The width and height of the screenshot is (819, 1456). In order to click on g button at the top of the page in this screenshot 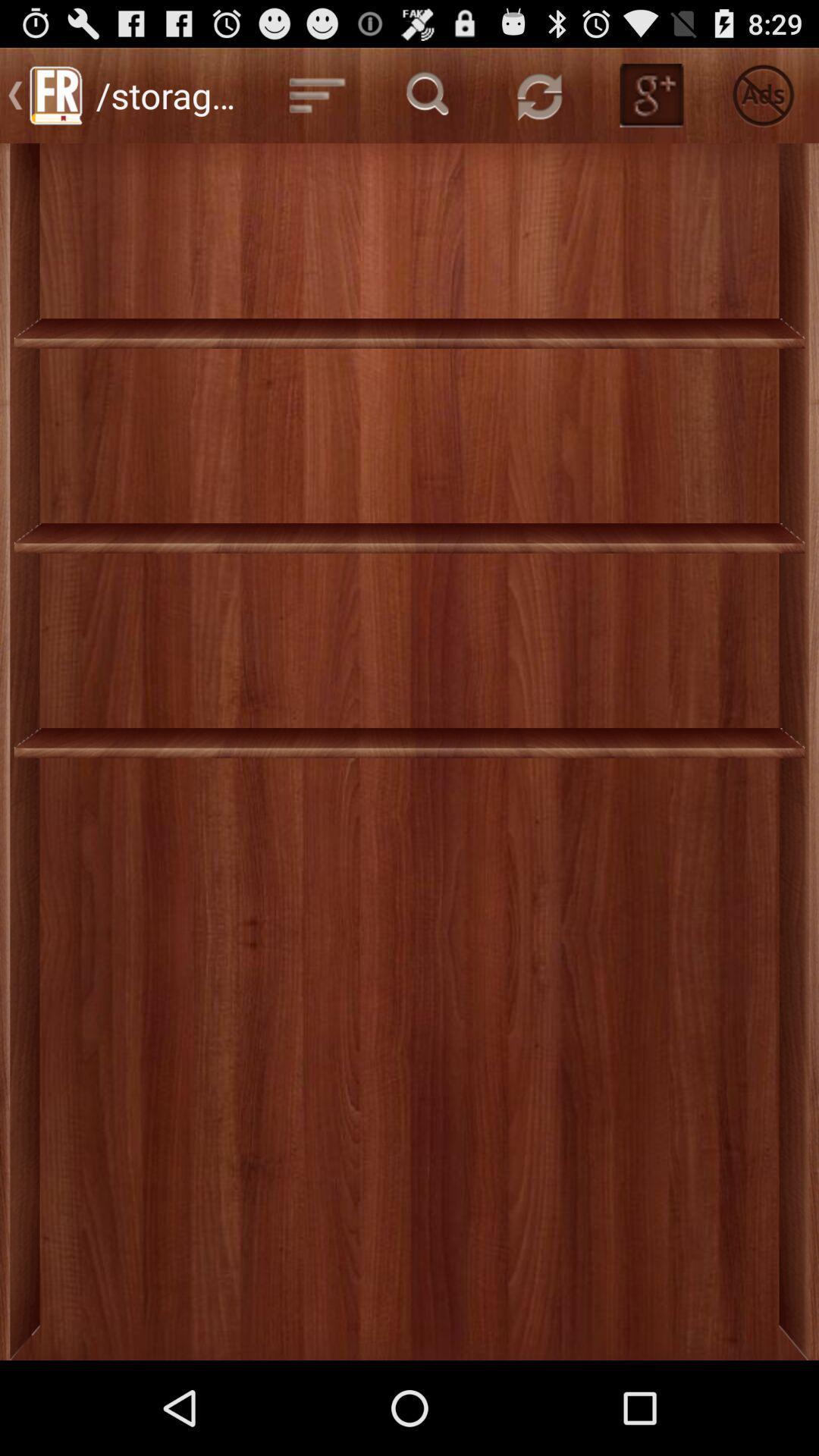, I will do `click(651, 94)`.